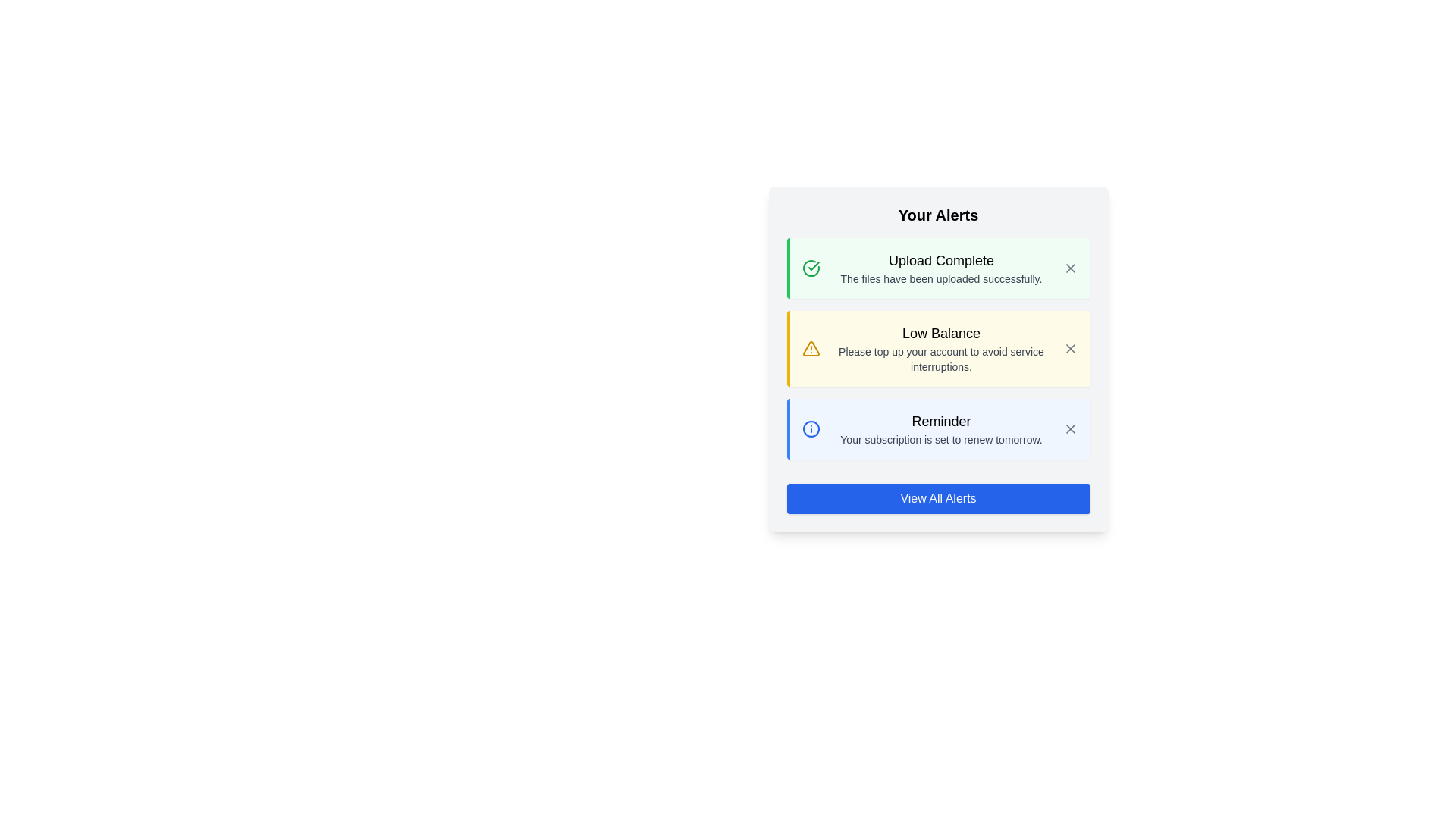 This screenshot has width=1456, height=819. Describe the element at coordinates (1069, 429) in the screenshot. I see `the dismissal button` at that location.